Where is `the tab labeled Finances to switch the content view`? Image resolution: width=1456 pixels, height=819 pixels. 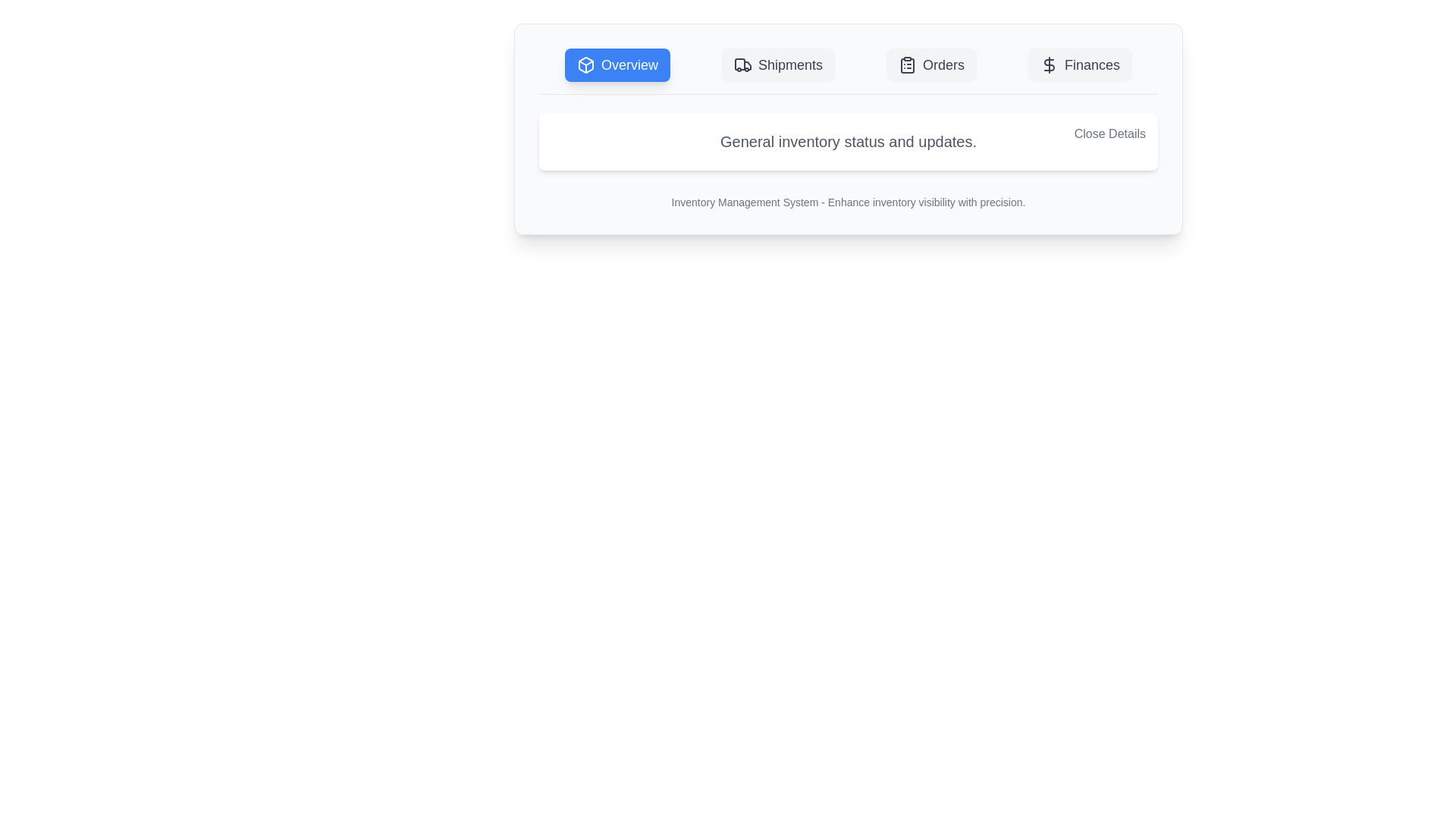
the tab labeled Finances to switch the content view is located at coordinates (1079, 64).